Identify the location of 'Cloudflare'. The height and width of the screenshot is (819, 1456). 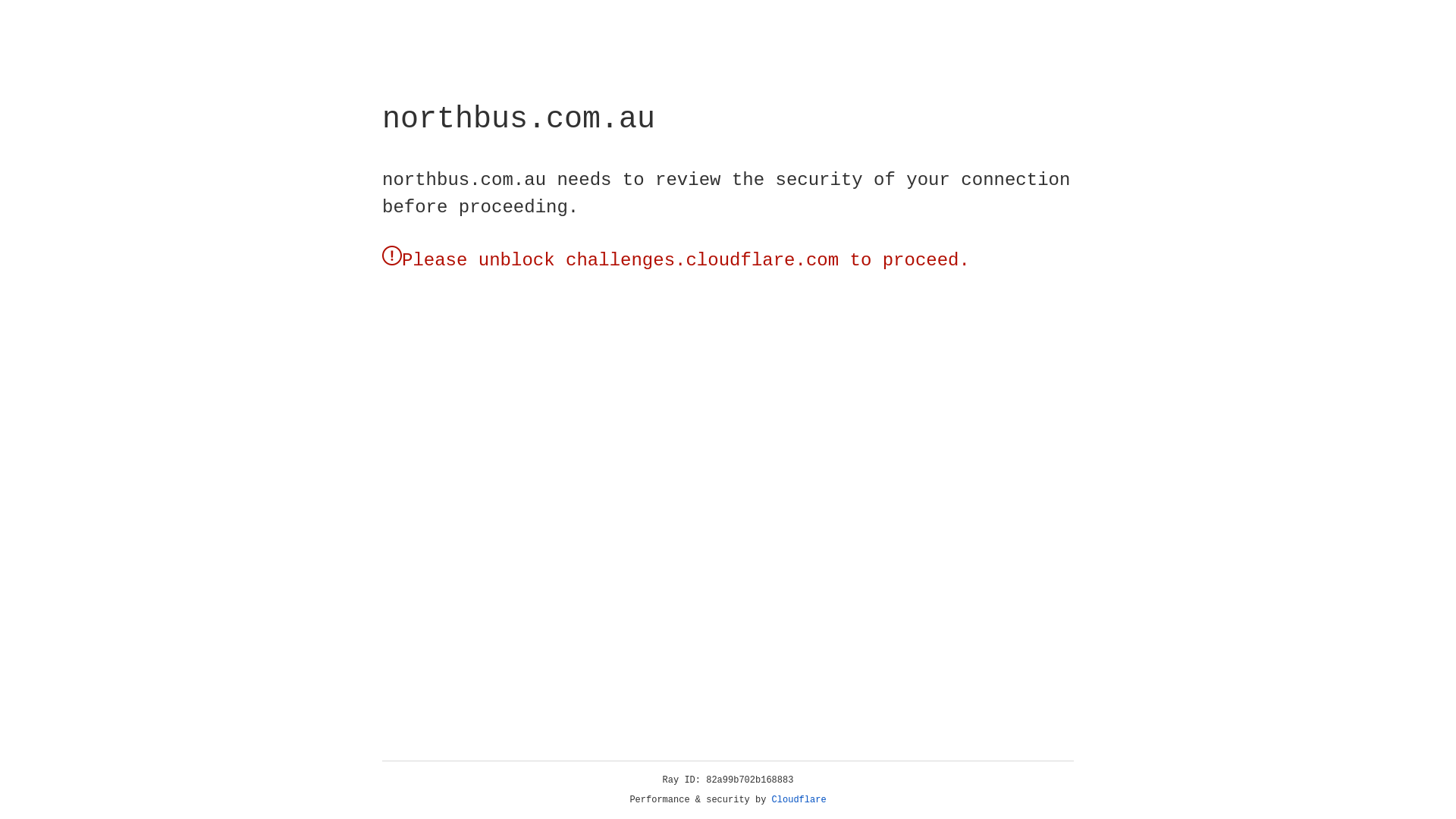
(799, 799).